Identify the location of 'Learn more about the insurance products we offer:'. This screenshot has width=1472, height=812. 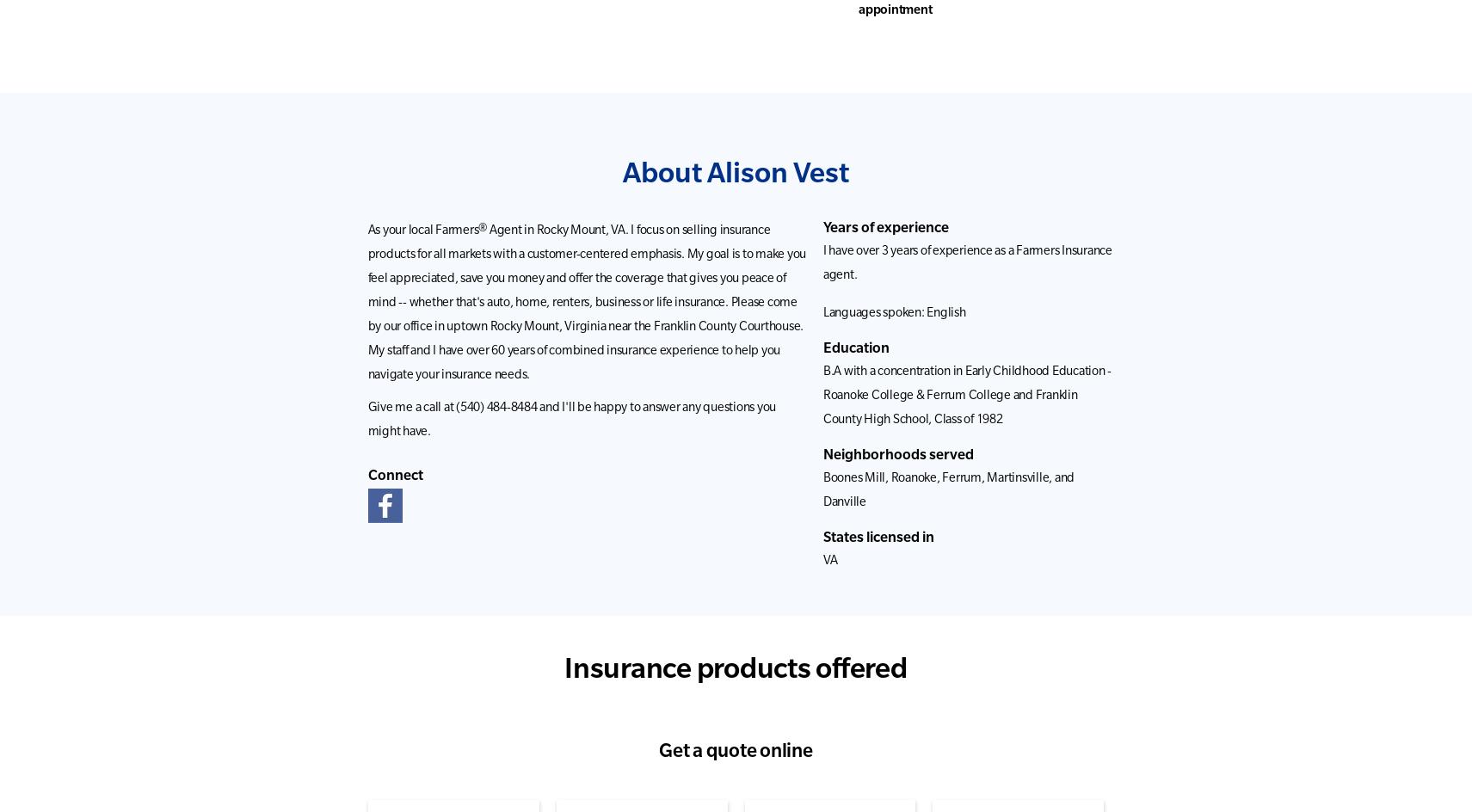
(534, 415).